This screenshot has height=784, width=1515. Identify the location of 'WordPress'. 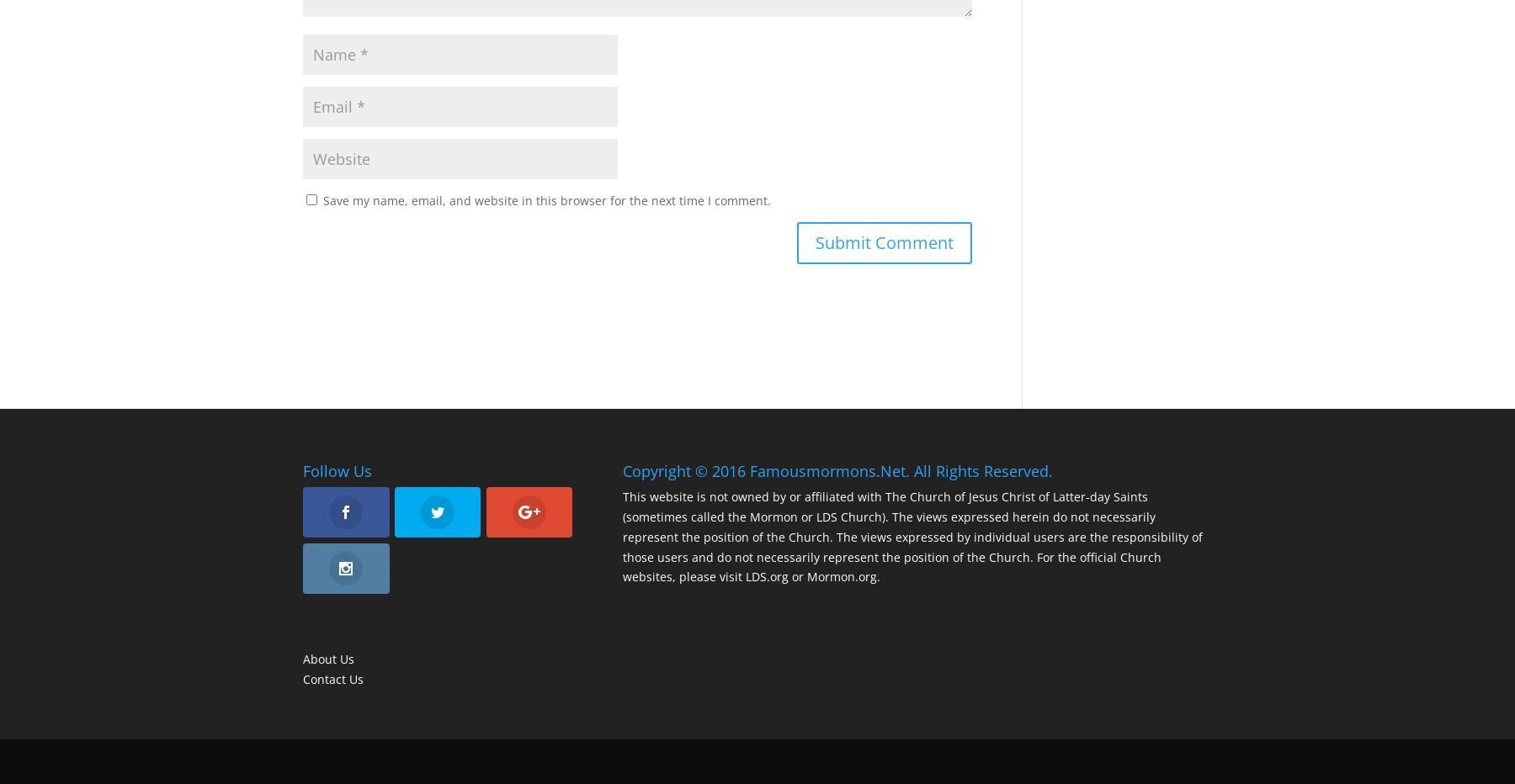
(581, 760).